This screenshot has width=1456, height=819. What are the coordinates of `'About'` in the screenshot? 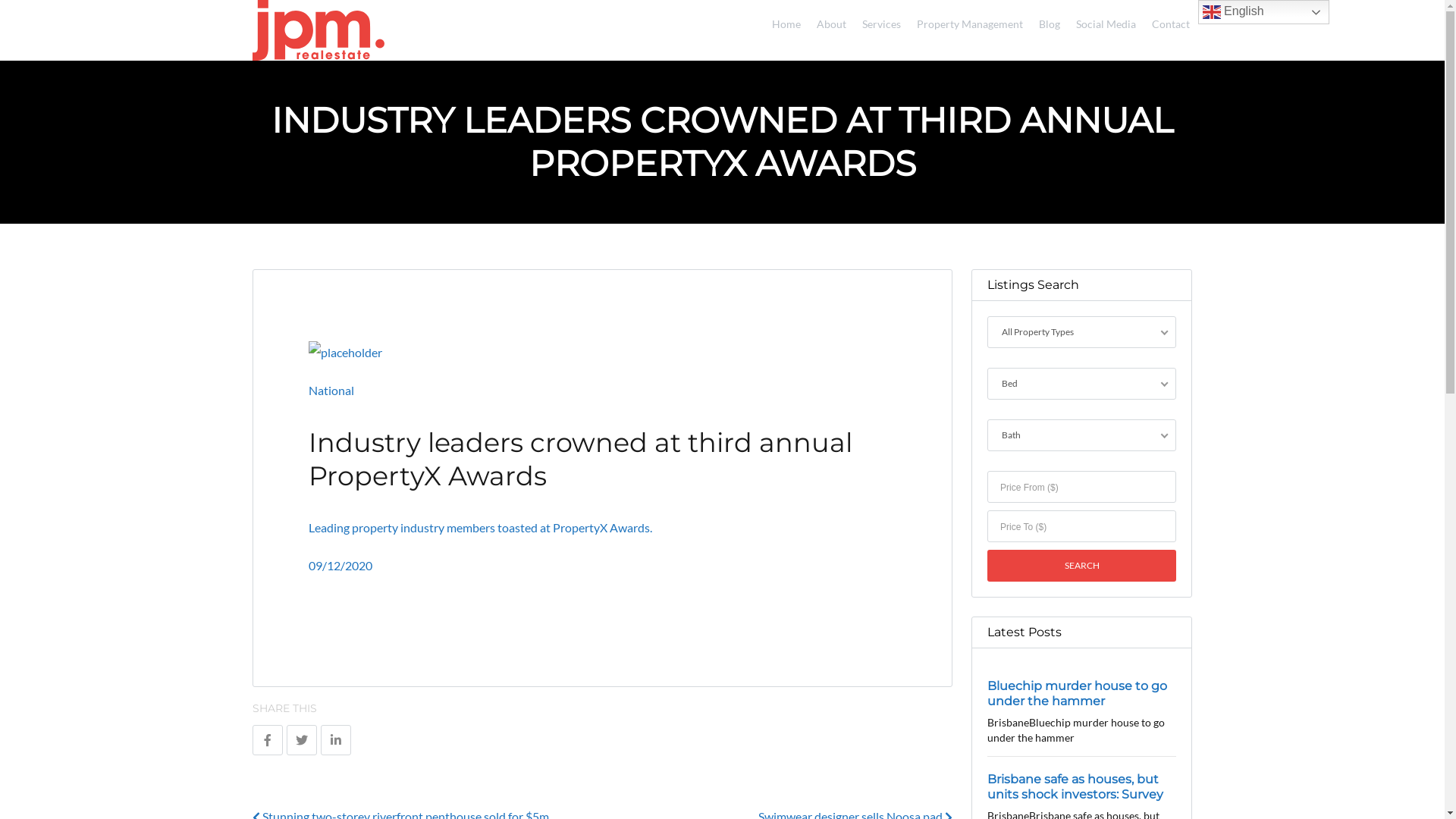 It's located at (826, 20).